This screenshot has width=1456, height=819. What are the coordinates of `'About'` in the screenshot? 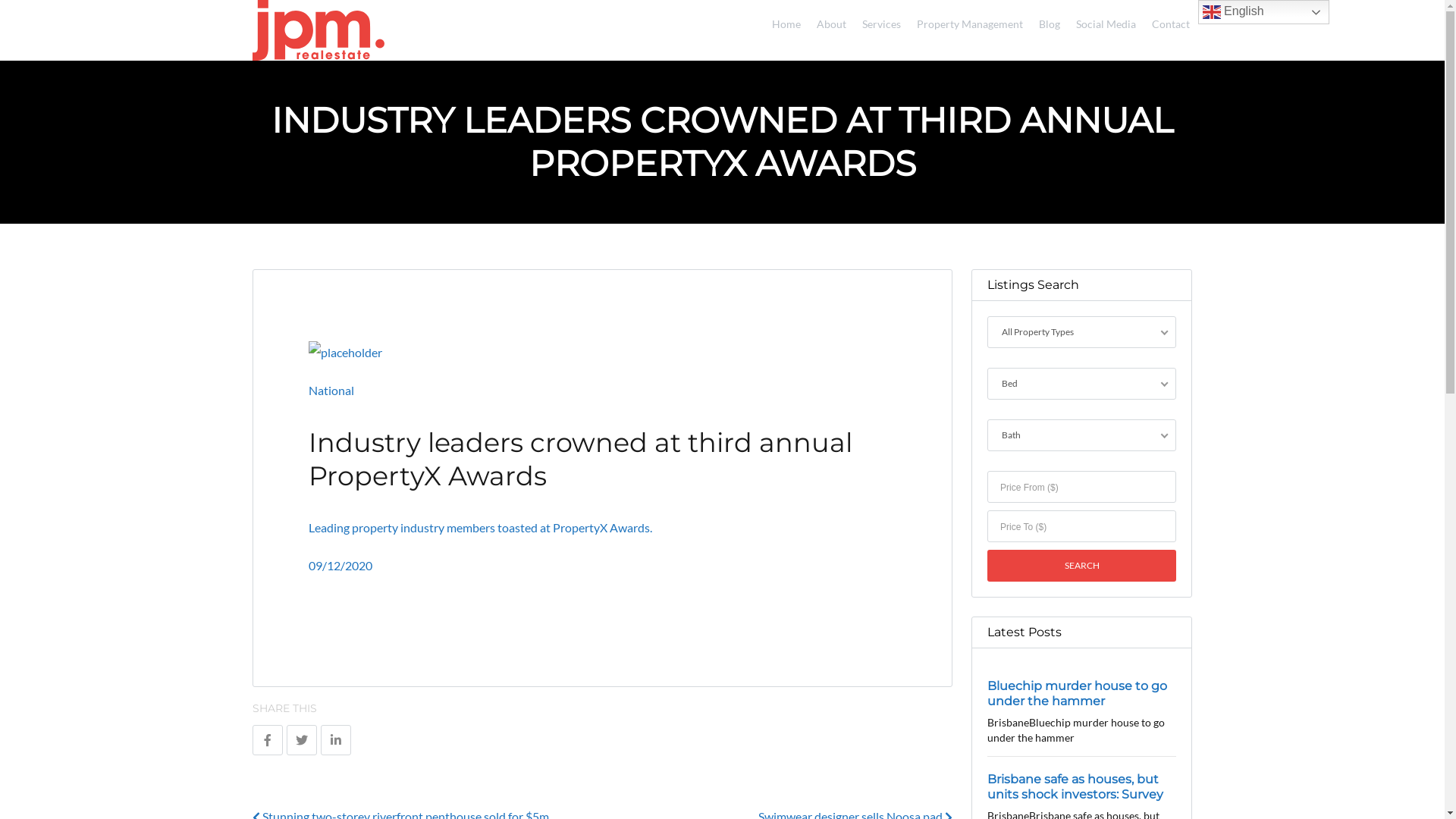 It's located at (826, 20).